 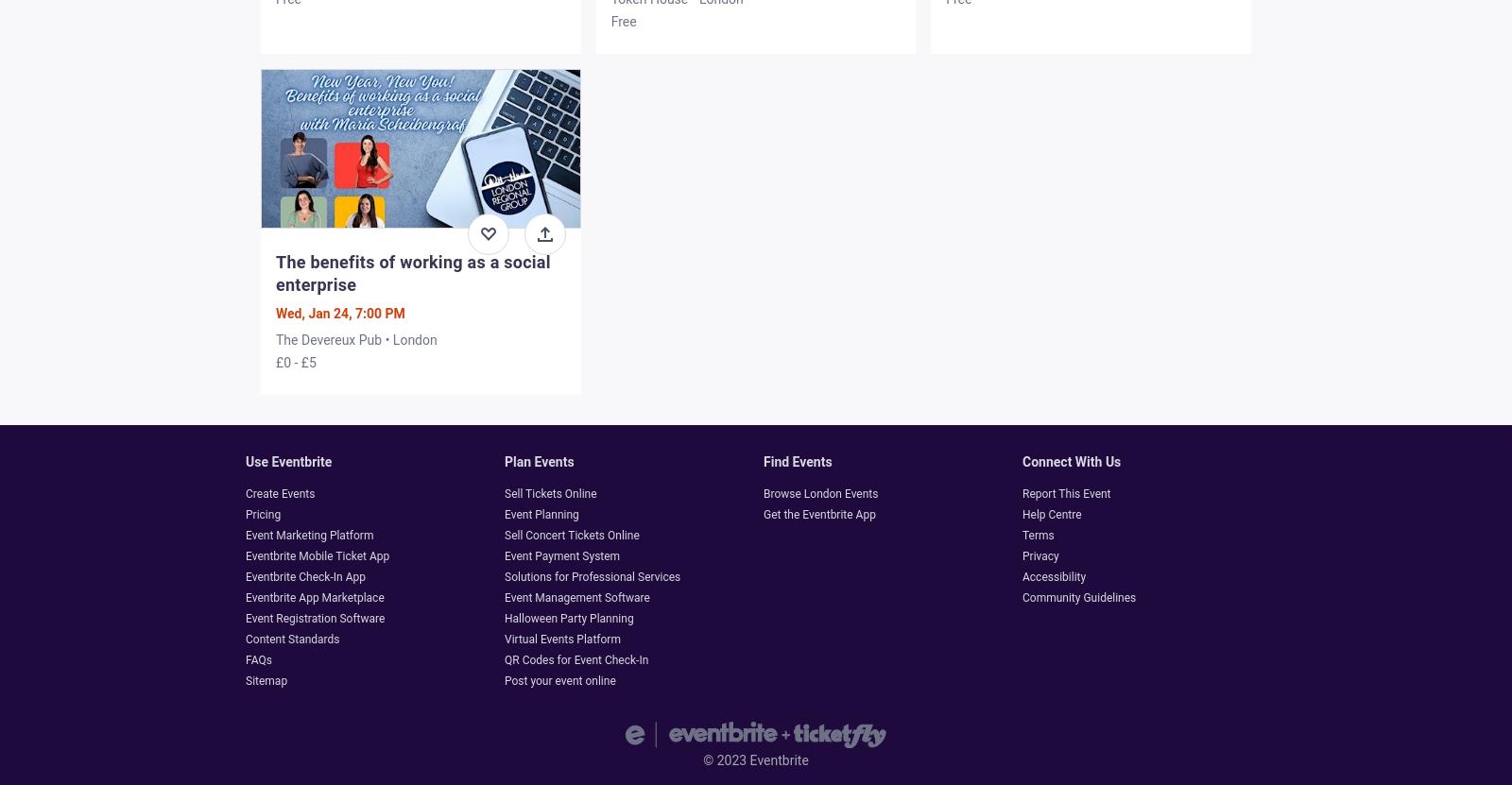 I want to click on 'Eventbrite App Marketplace', so click(x=314, y=596).